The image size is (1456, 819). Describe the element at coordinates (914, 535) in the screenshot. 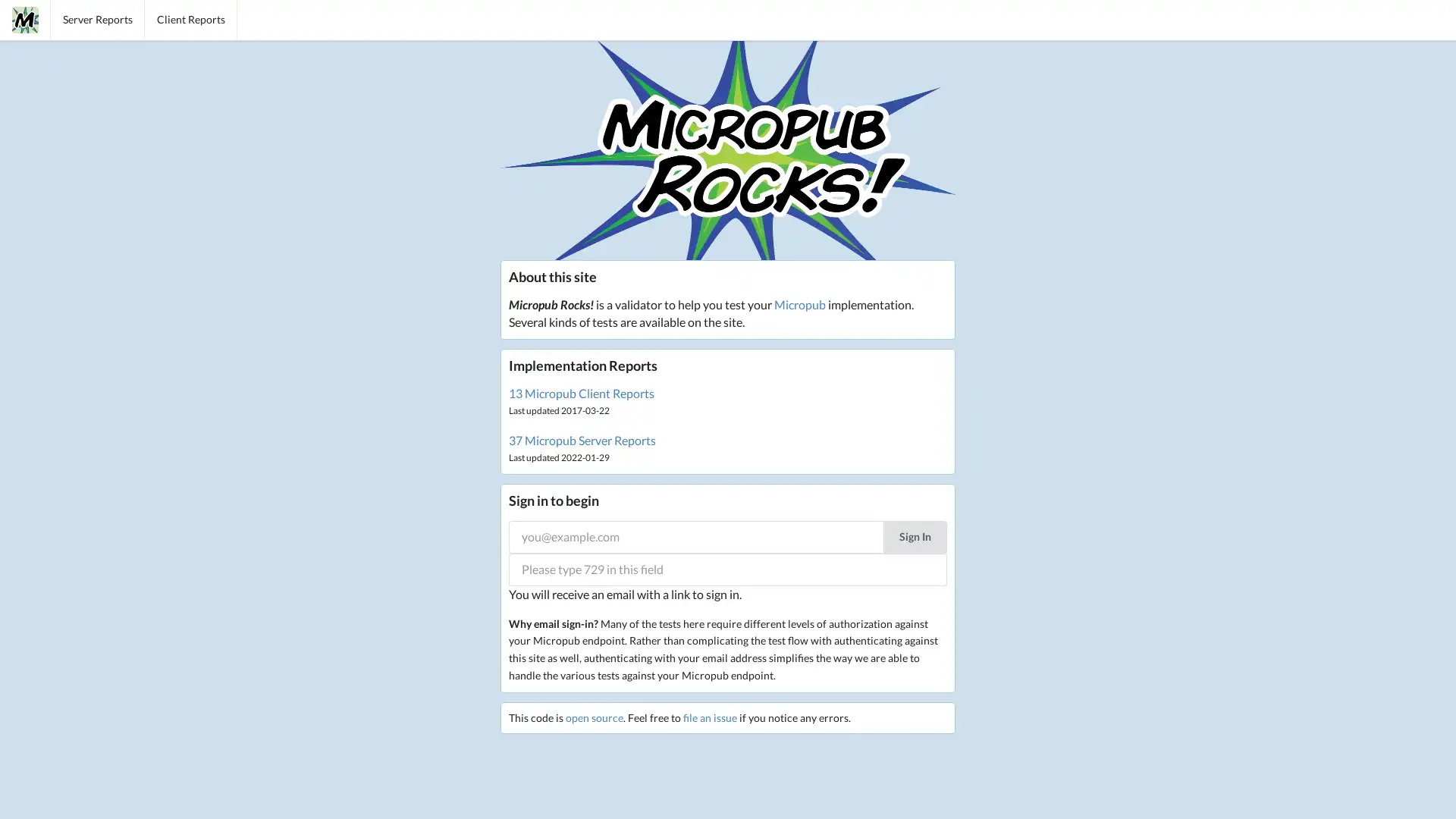

I see `Sign In` at that location.